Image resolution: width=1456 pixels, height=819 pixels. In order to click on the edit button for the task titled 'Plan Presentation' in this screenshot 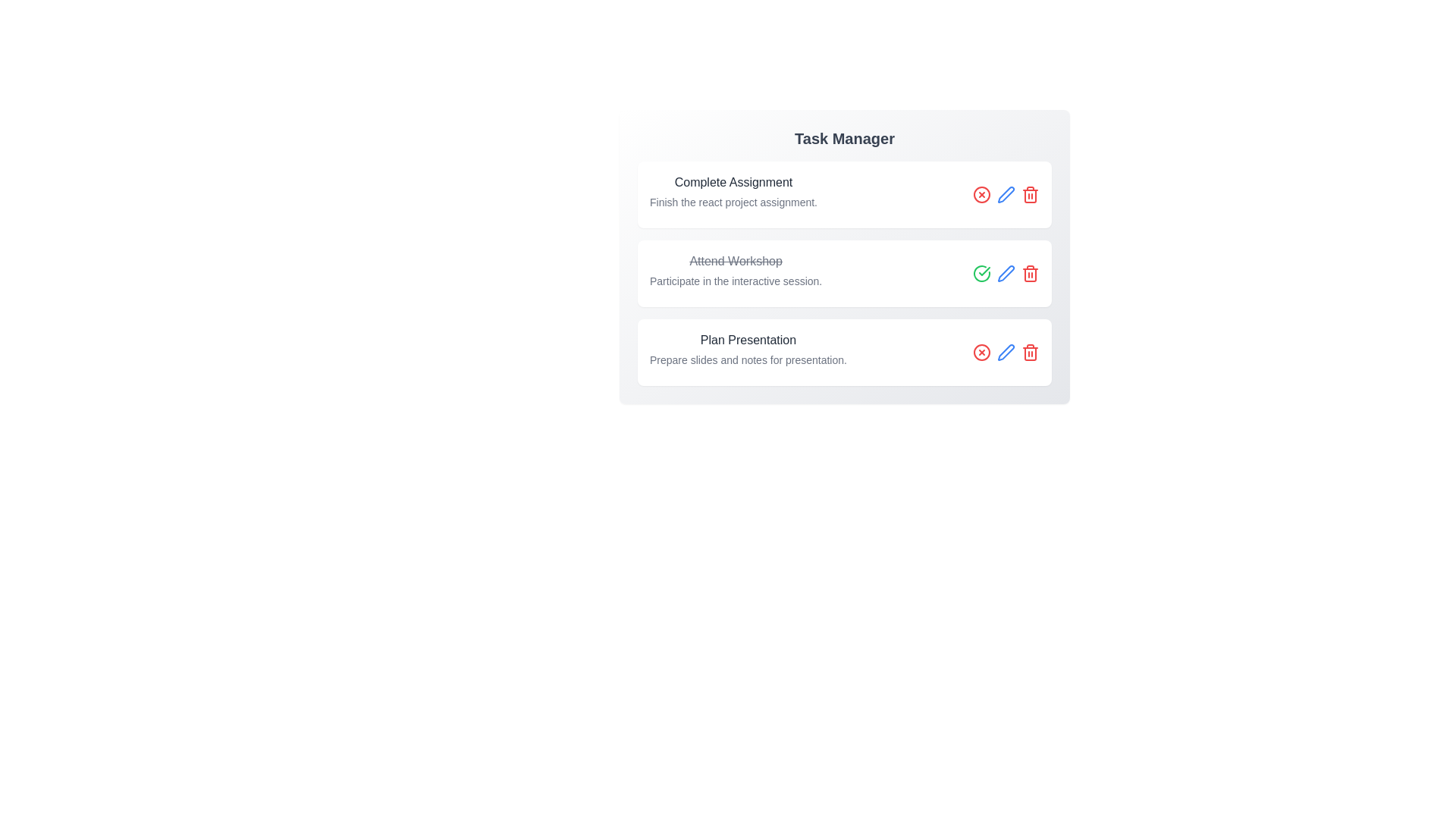, I will do `click(1006, 353)`.